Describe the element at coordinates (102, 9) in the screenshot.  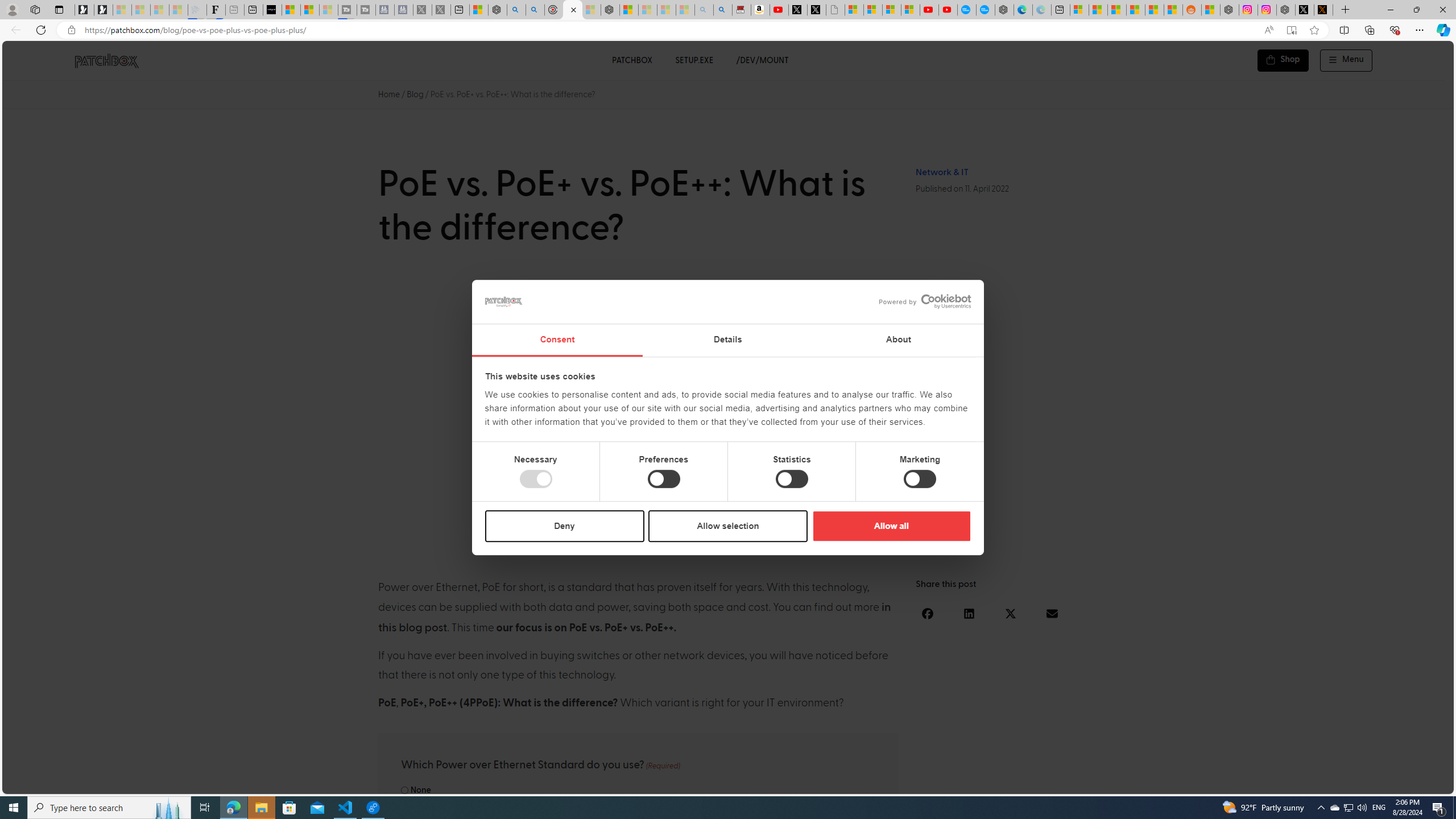
I see `'Newsletter Sign Up'` at that location.